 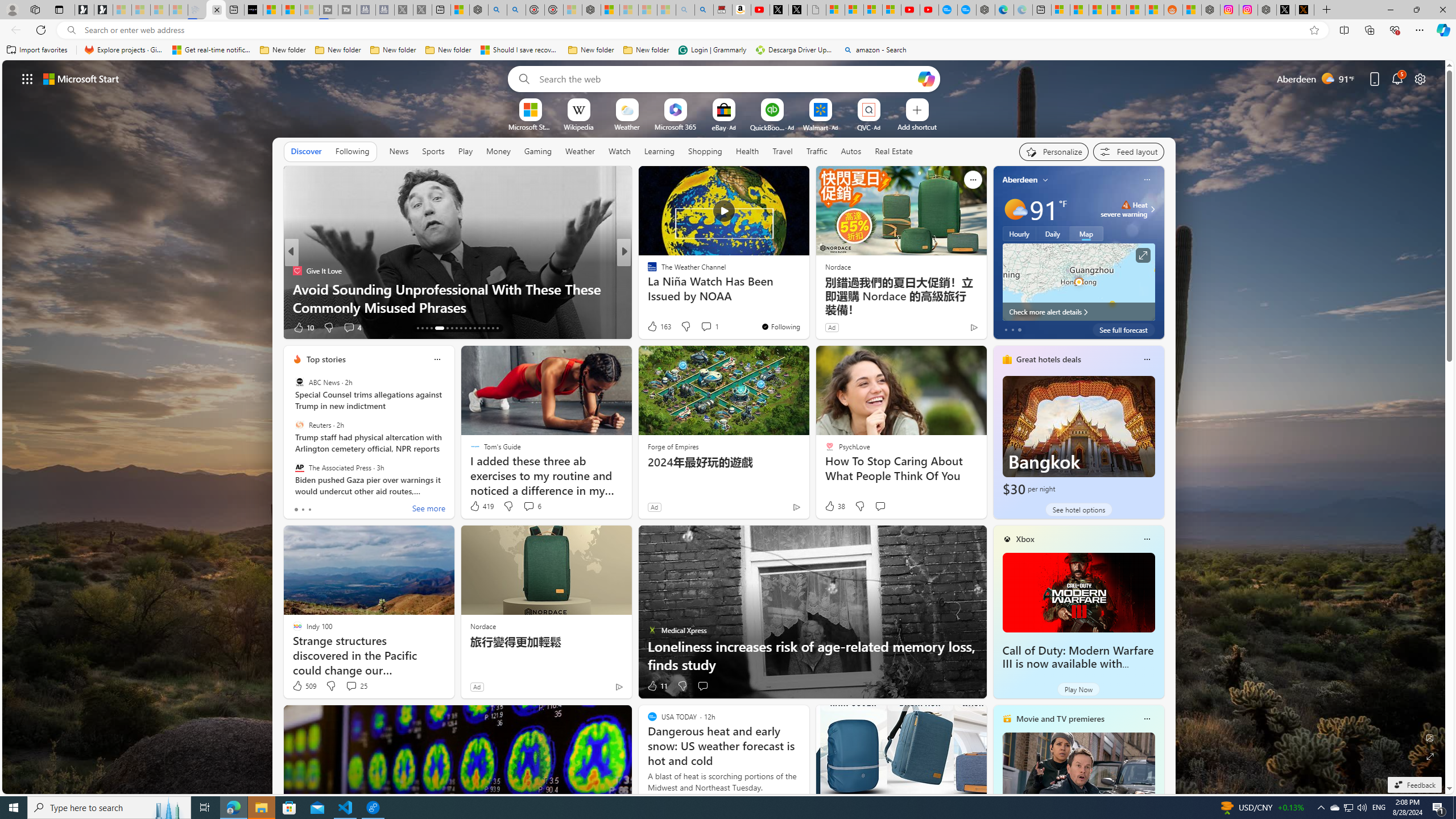 What do you see at coordinates (647, 270) in the screenshot?
I see `'Alternet'` at bounding box center [647, 270].